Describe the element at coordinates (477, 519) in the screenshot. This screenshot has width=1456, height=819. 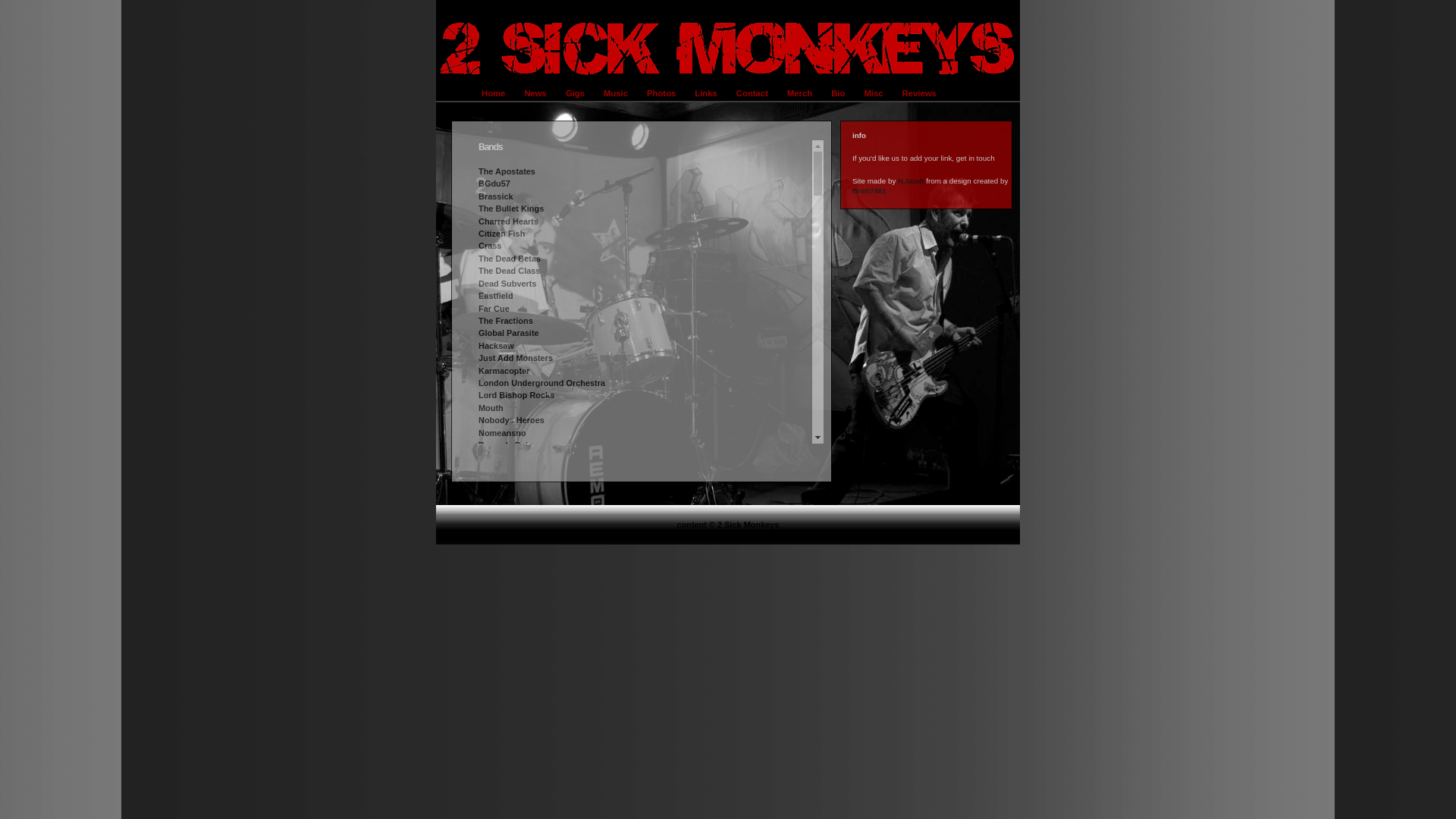
I see `'Rudimentary Peni'` at that location.